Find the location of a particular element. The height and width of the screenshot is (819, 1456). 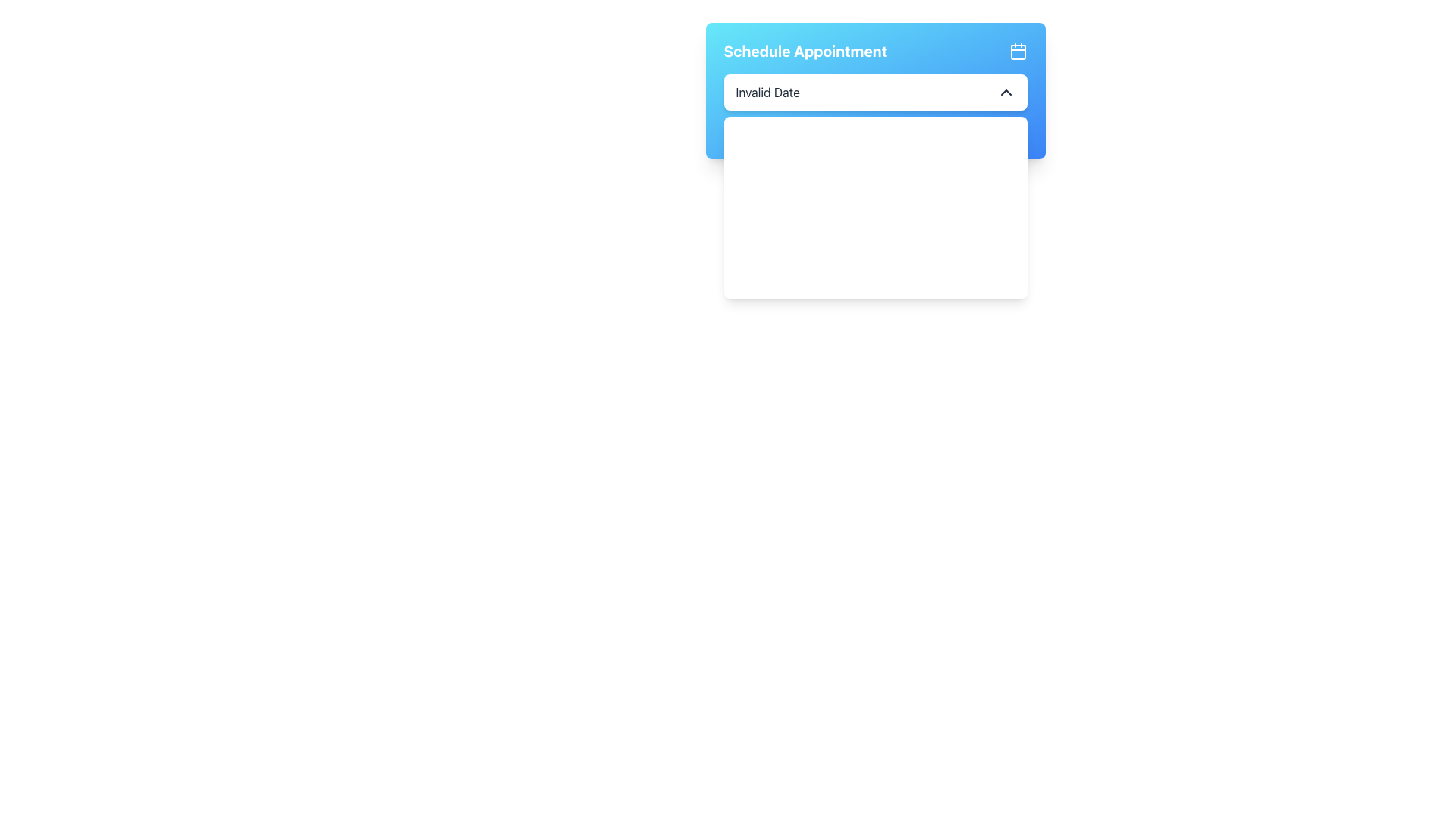

the structural icon component of the calendar icon, which is positioned on the right side of the blue header bar labeled 'Schedule Appointment' is located at coordinates (1018, 52).